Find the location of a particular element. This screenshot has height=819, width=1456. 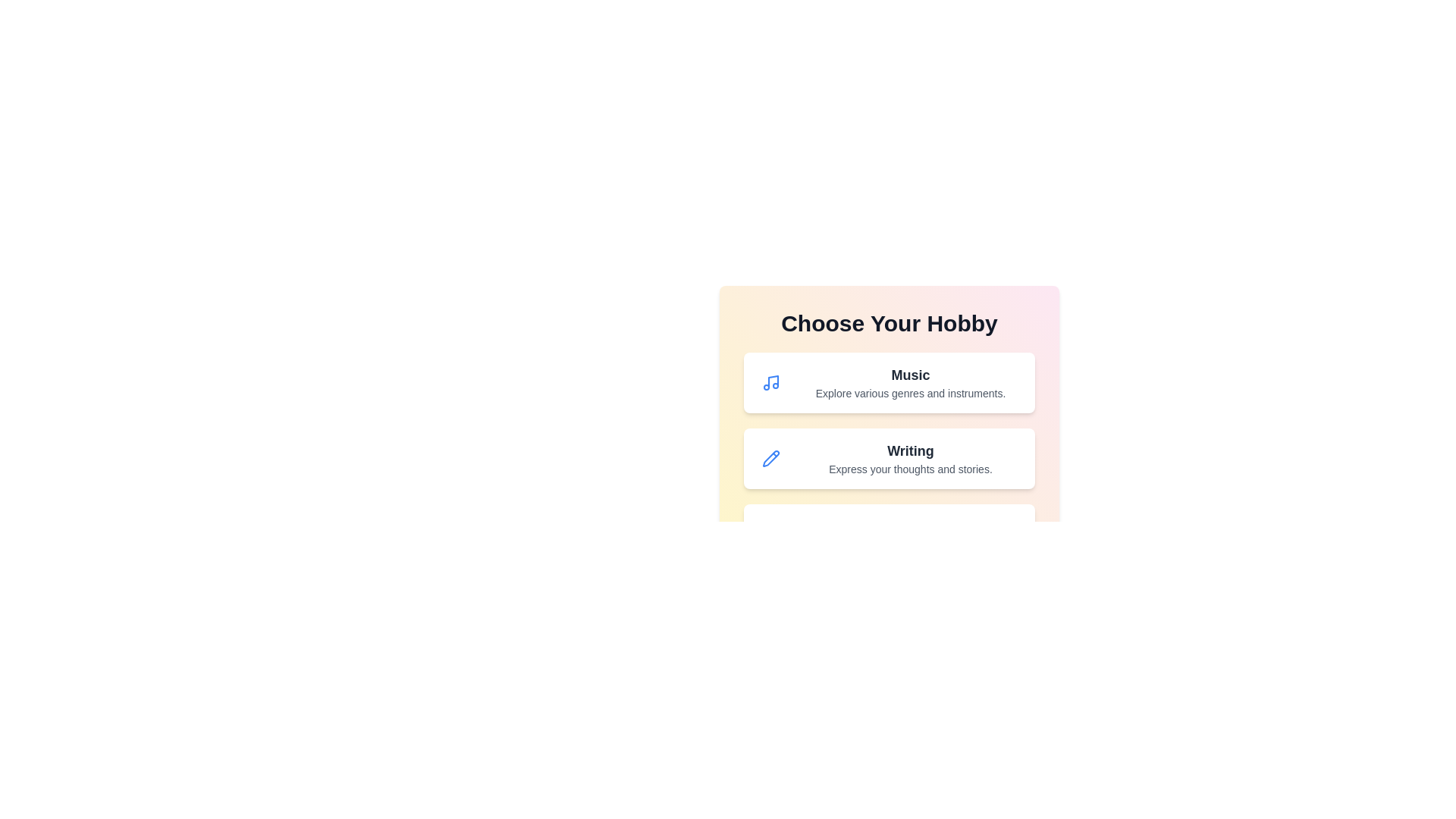

the hobby item Music to view its hover effect is located at coordinates (889, 382).